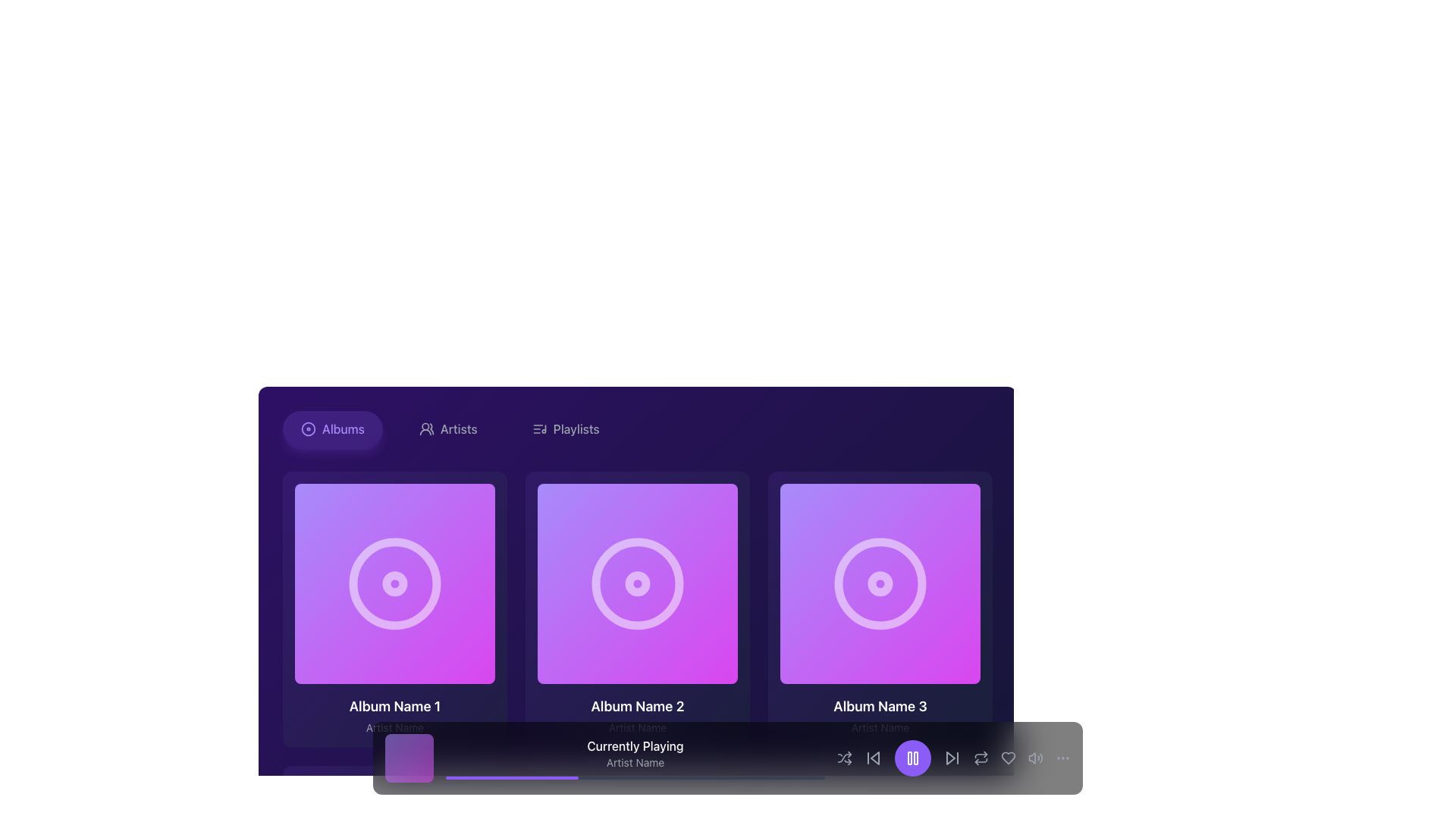 This screenshot has width=1456, height=819. Describe the element at coordinates (912, 758) in the screenshot. I see `the centrally aligned pause button in the playback control bar of the media player` at that location.